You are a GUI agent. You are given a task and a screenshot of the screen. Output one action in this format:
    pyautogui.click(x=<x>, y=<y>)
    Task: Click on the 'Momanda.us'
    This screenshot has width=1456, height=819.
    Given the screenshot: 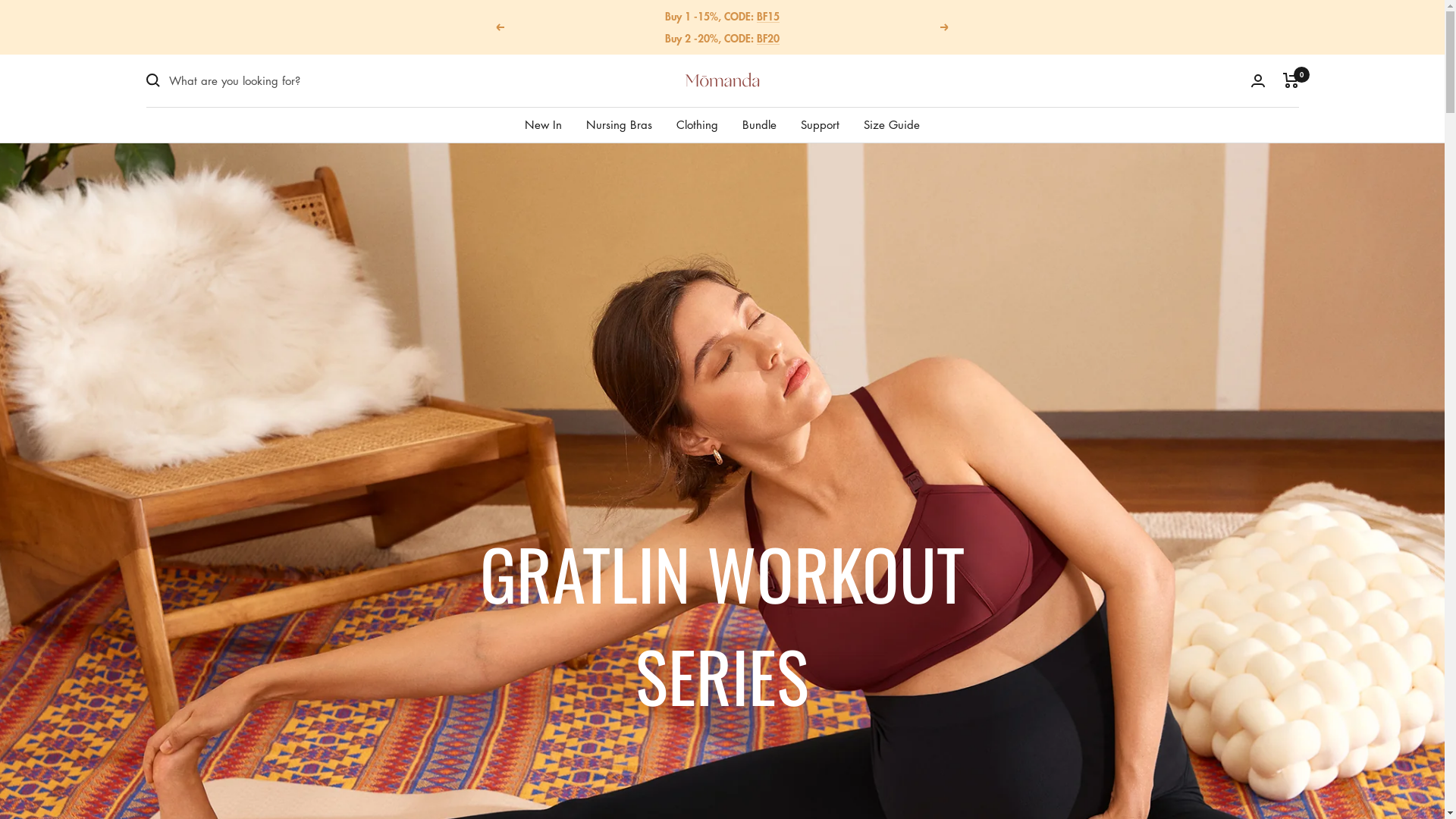 What is the action you would take?
    pyautogui.click(x=721, y=80)
    